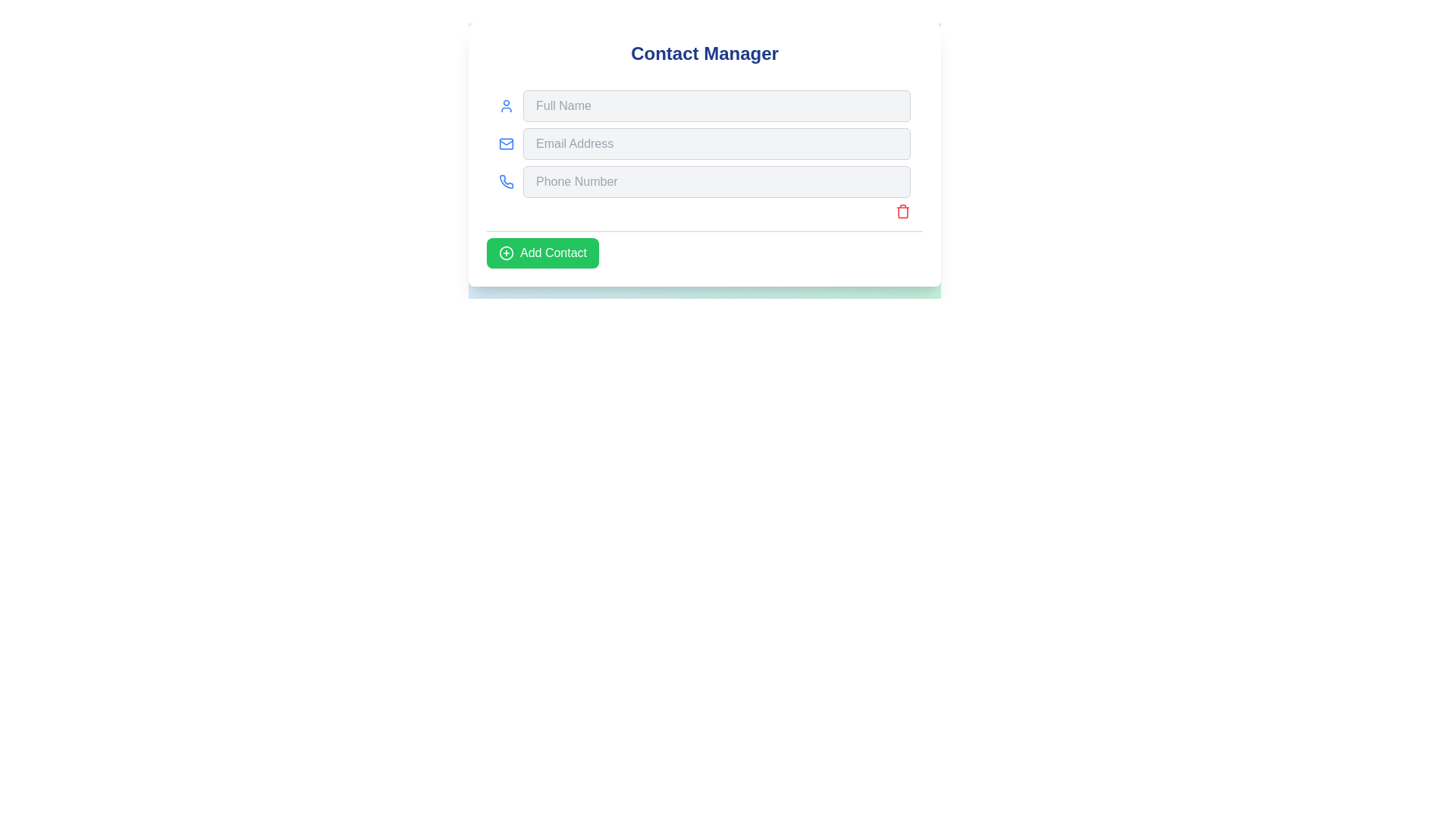  What do you see at coordinates (506, 180) in the screenshot?
I see `the phone number icon located to the left of the 'Full Name' input field, which visually indicates the purpose of the corresponding input field` at bounding box center [506, 180].